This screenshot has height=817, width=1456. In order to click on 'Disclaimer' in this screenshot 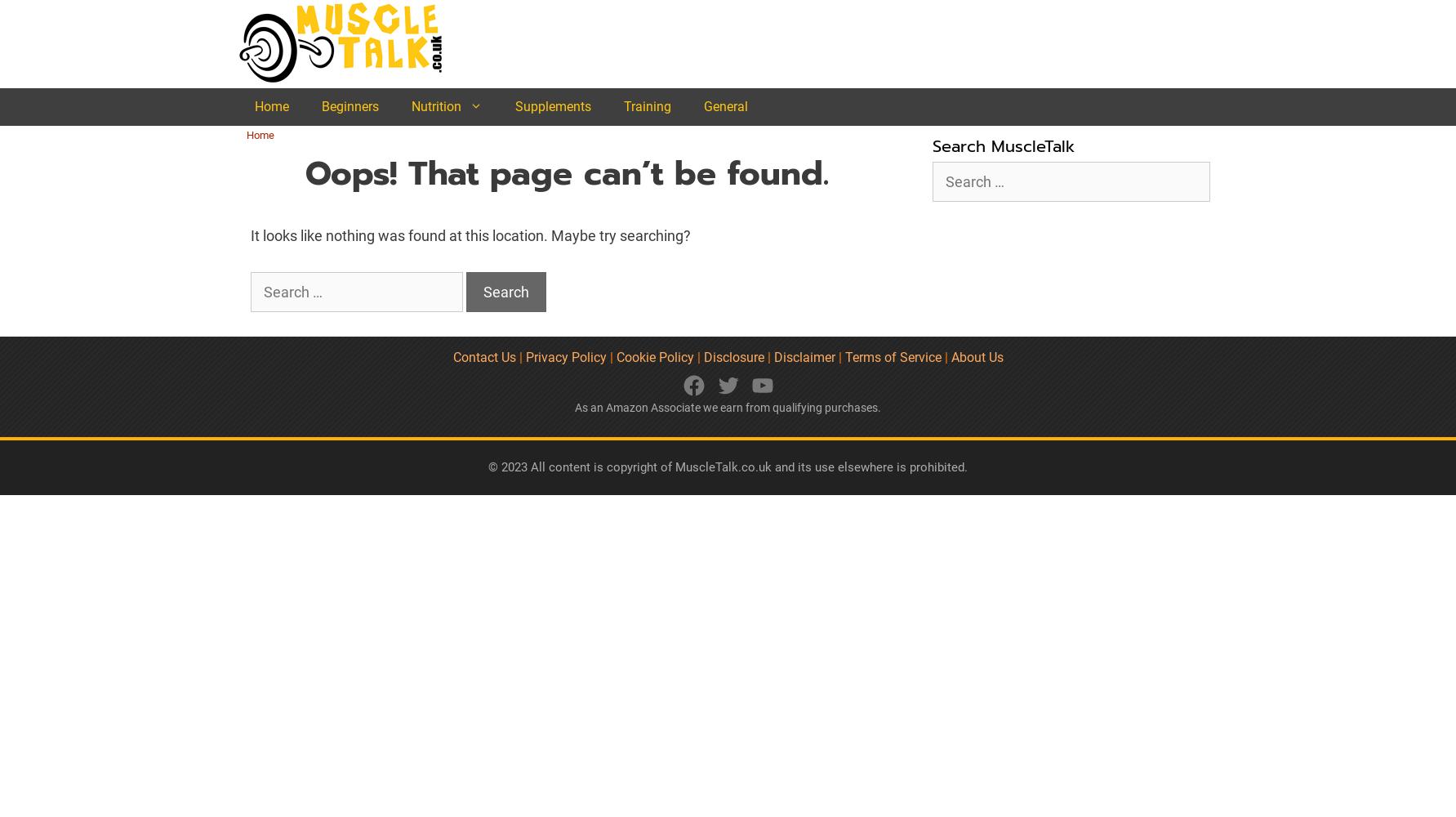, I will do `click(804, 356)`.